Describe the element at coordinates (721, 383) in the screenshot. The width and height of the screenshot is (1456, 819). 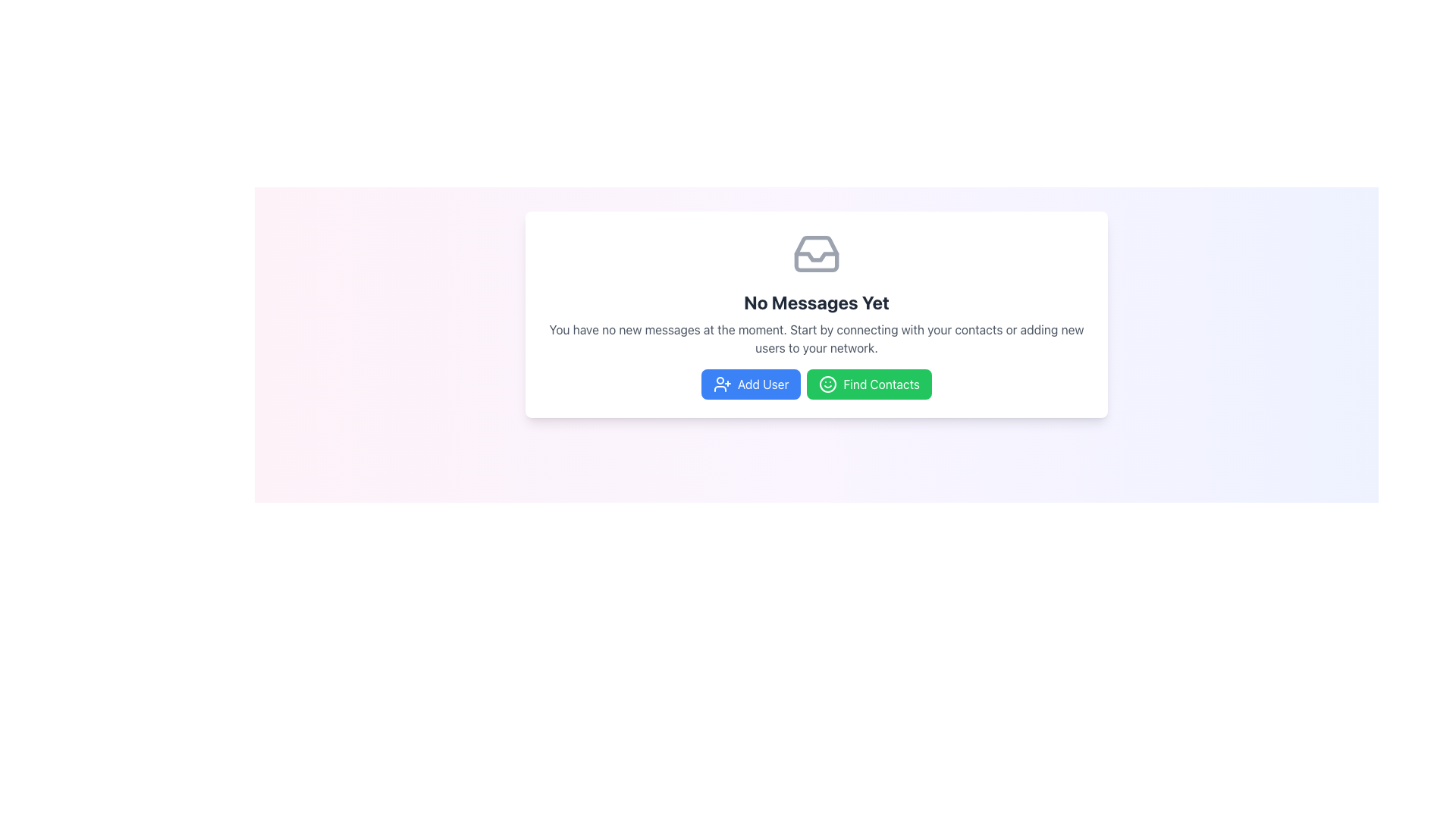
I see `the 'Add User' button which contains a vector graphic icon of a user figure with a plus sign to its right, located below the message box` at that location.